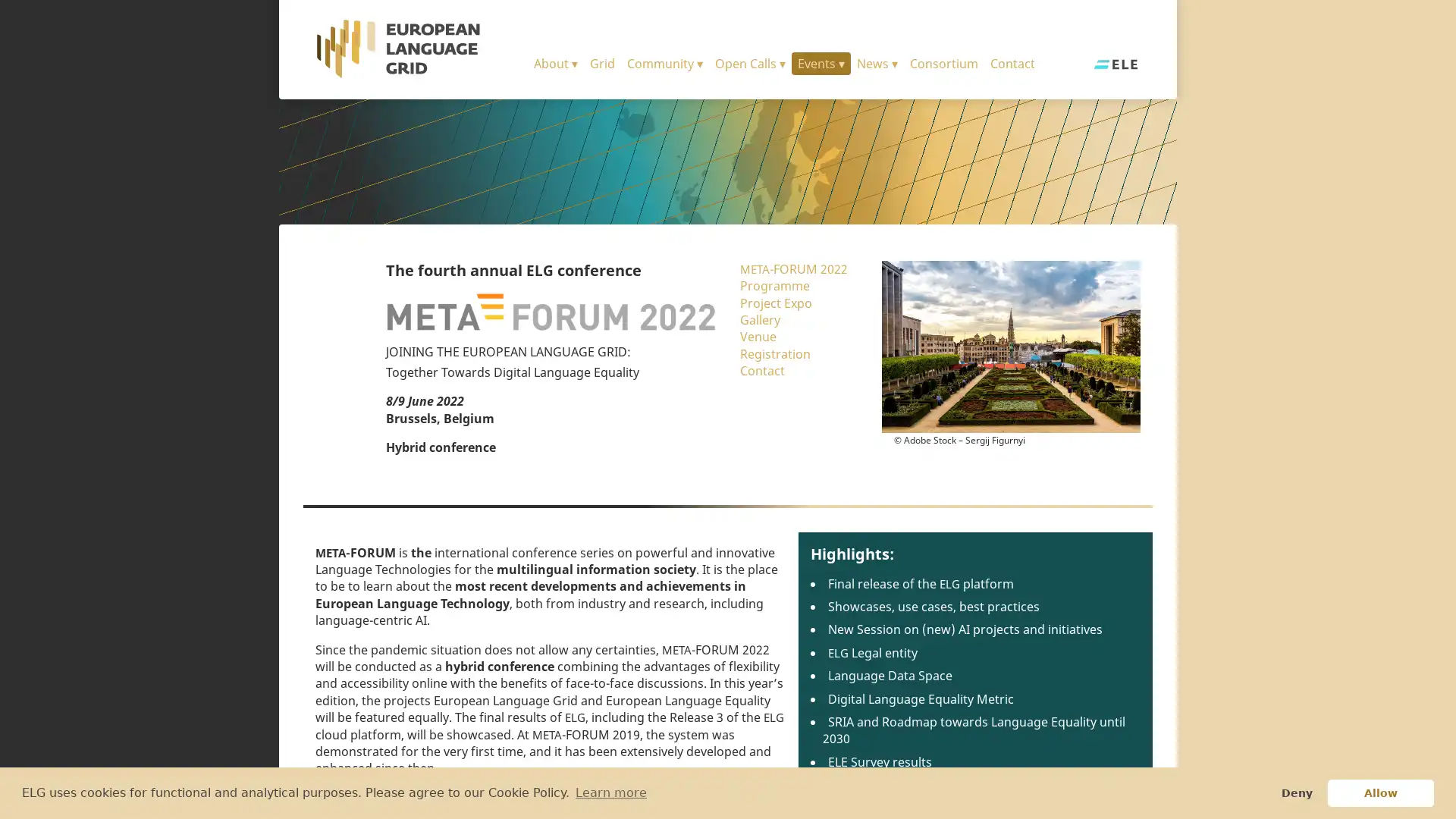 This screenshot has width=1456, height=819. Describe the element at coordinates (610, 792) in the screenshot. I see `learn more about cookies` at that location.